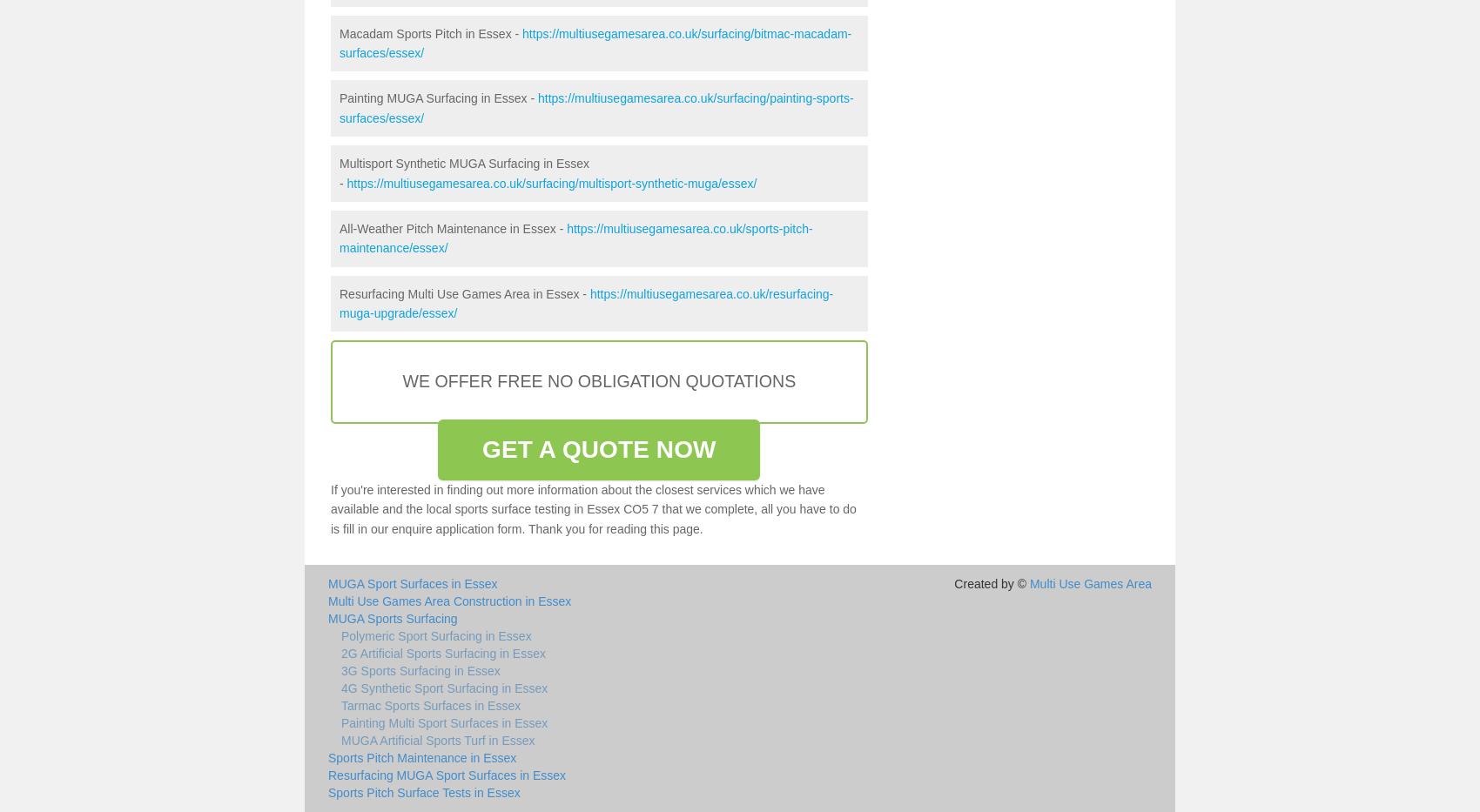 The image size is (1480, 812). Describe the element at coordinates (431, 31) in the screenshot. I see `'Macadam Sports Pitch in Essex -'` at that location.